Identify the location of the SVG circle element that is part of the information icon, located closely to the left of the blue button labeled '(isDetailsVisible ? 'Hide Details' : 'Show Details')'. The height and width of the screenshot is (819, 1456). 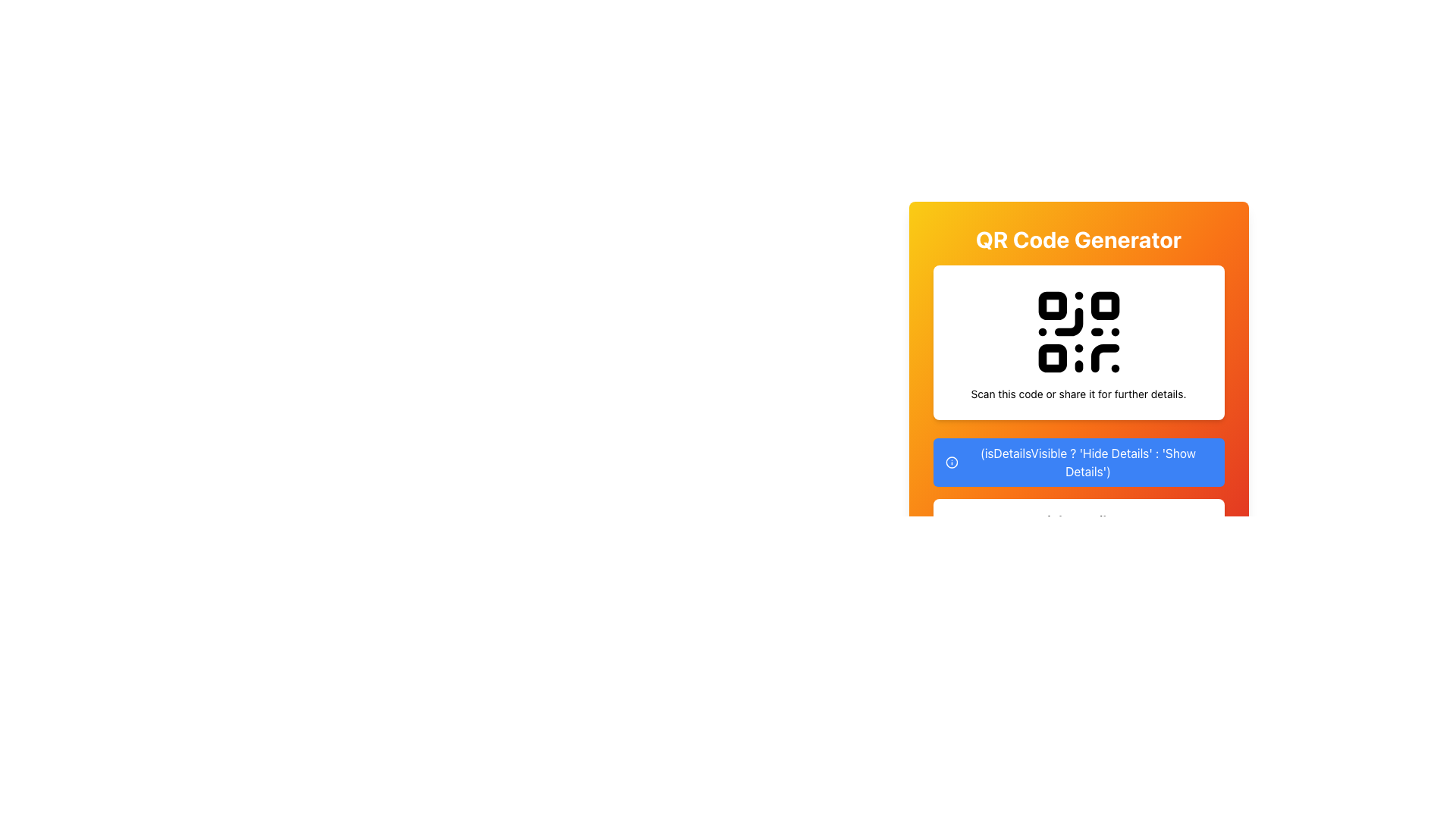
(950, 461).